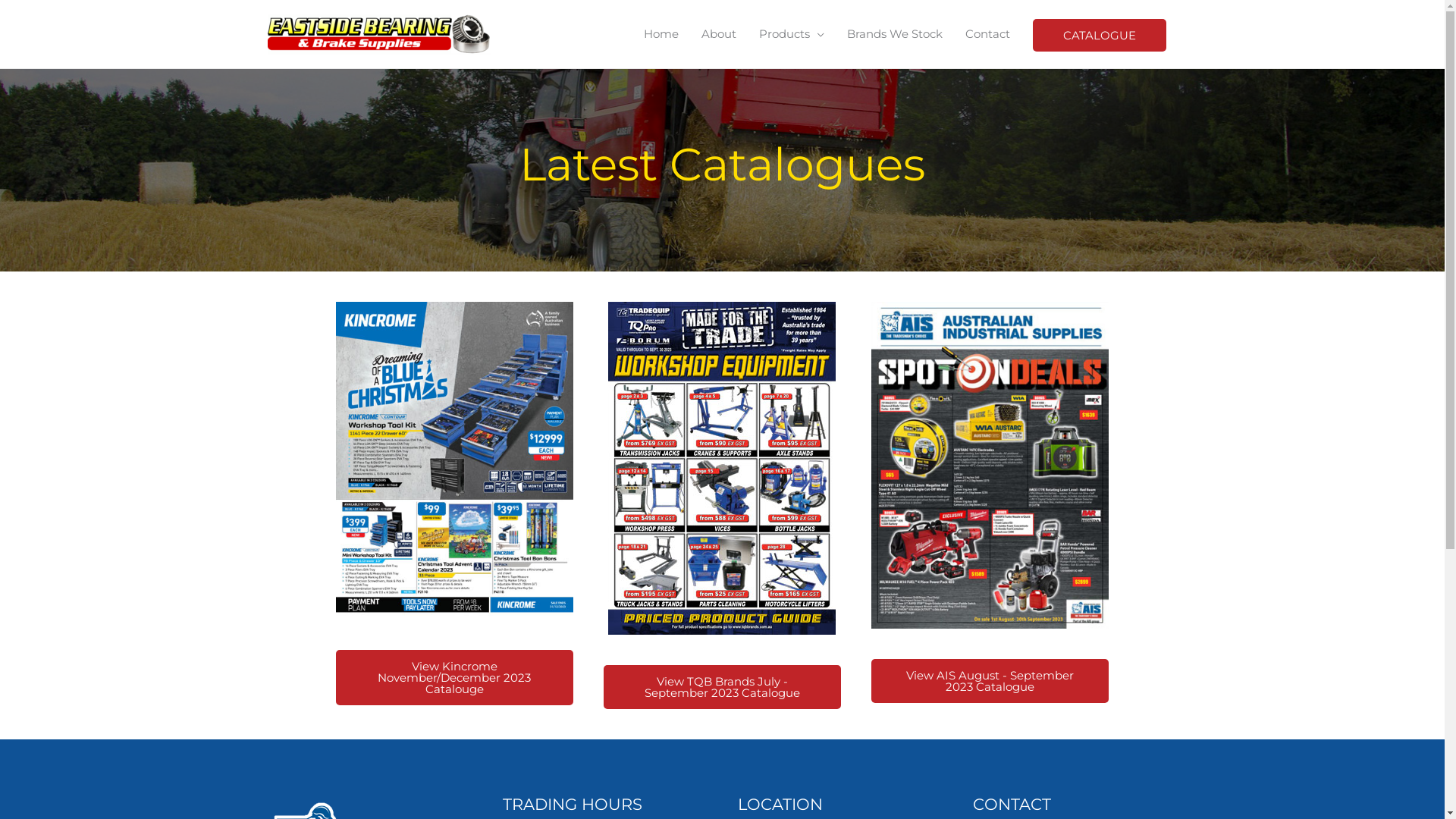  I want to click on 'About', so click(689, 34).